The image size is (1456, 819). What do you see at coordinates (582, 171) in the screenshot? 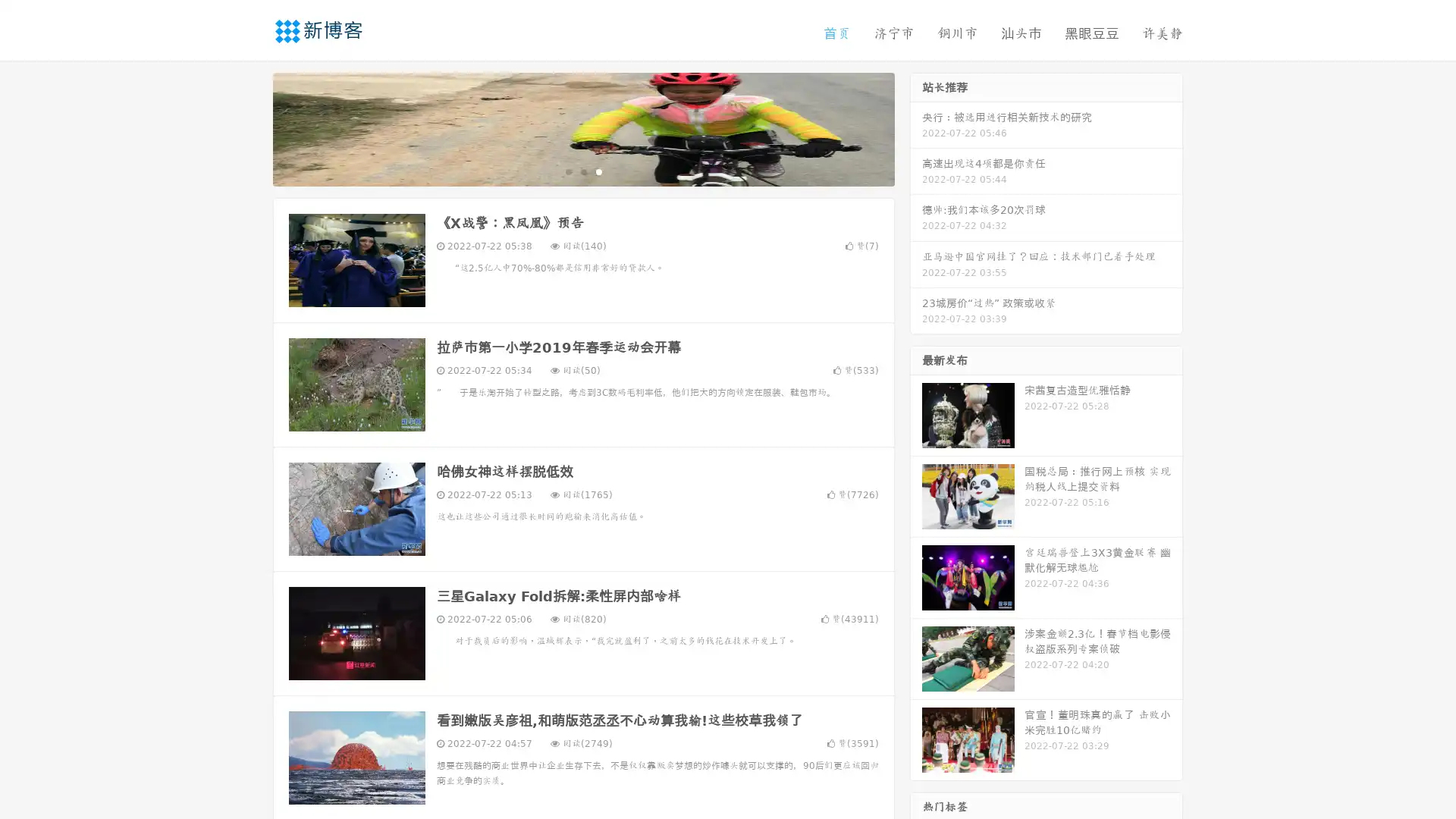
I see `Go to slide 2` at bounding box center [582, 171].